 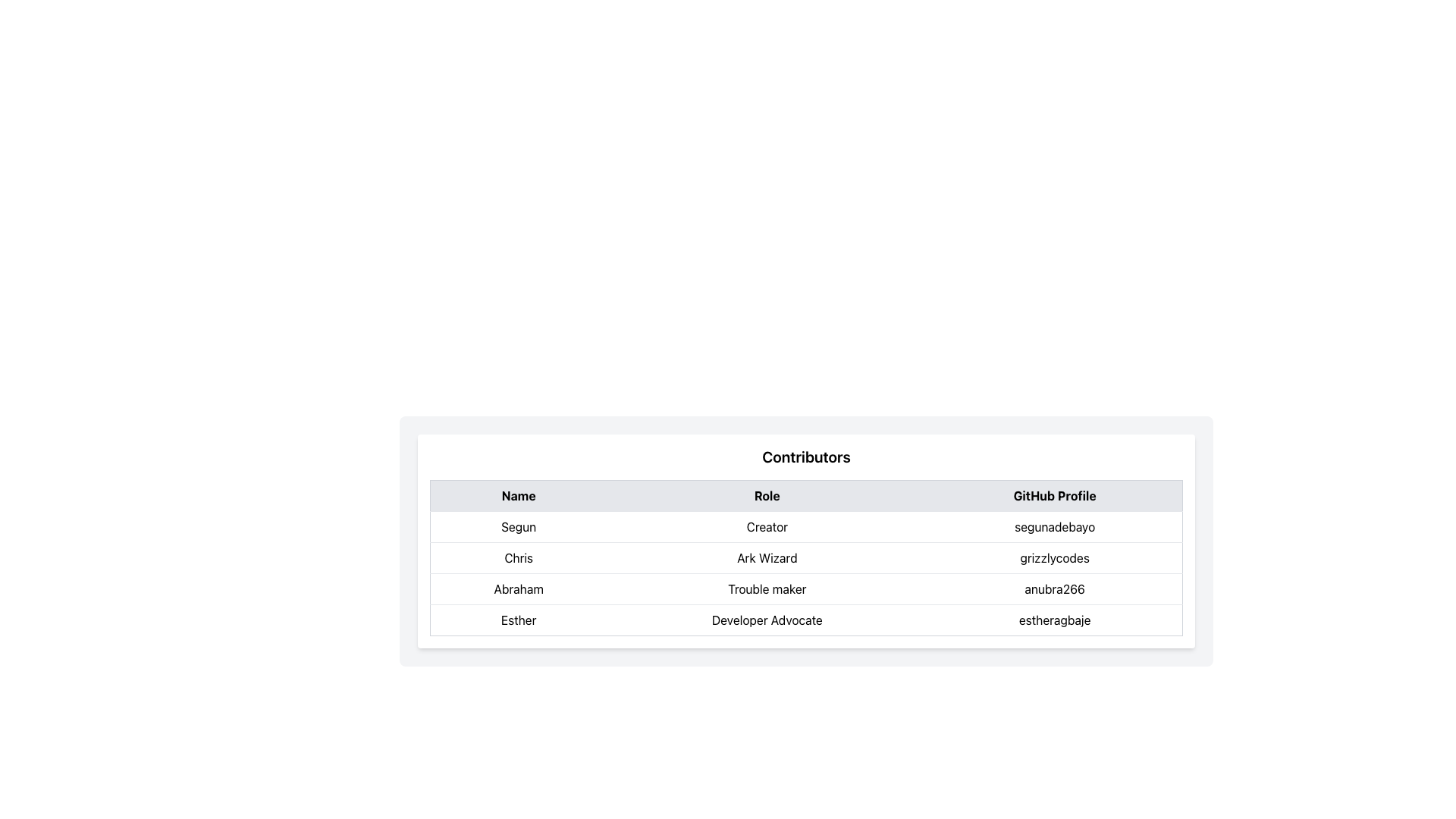 What do you see at coordinates (518, 558) in the screenshot?
I see `text displayed in the Text Label that identifies the individual named 'Chris', located in the first column under the 'Name' header in the second row of the table` at bounding box center [518, 558].